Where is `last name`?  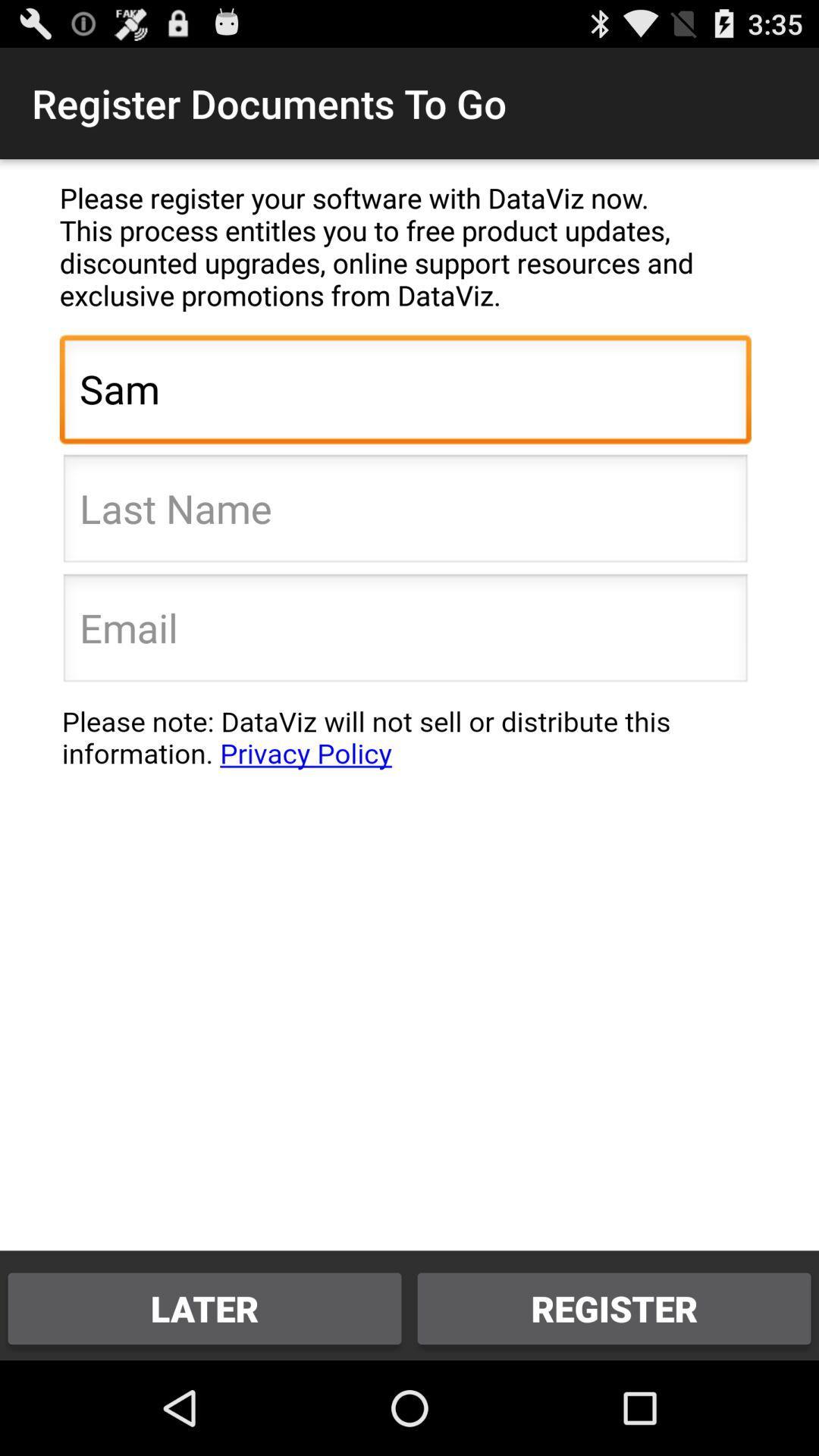
last name is located at coordinates (404, 513).